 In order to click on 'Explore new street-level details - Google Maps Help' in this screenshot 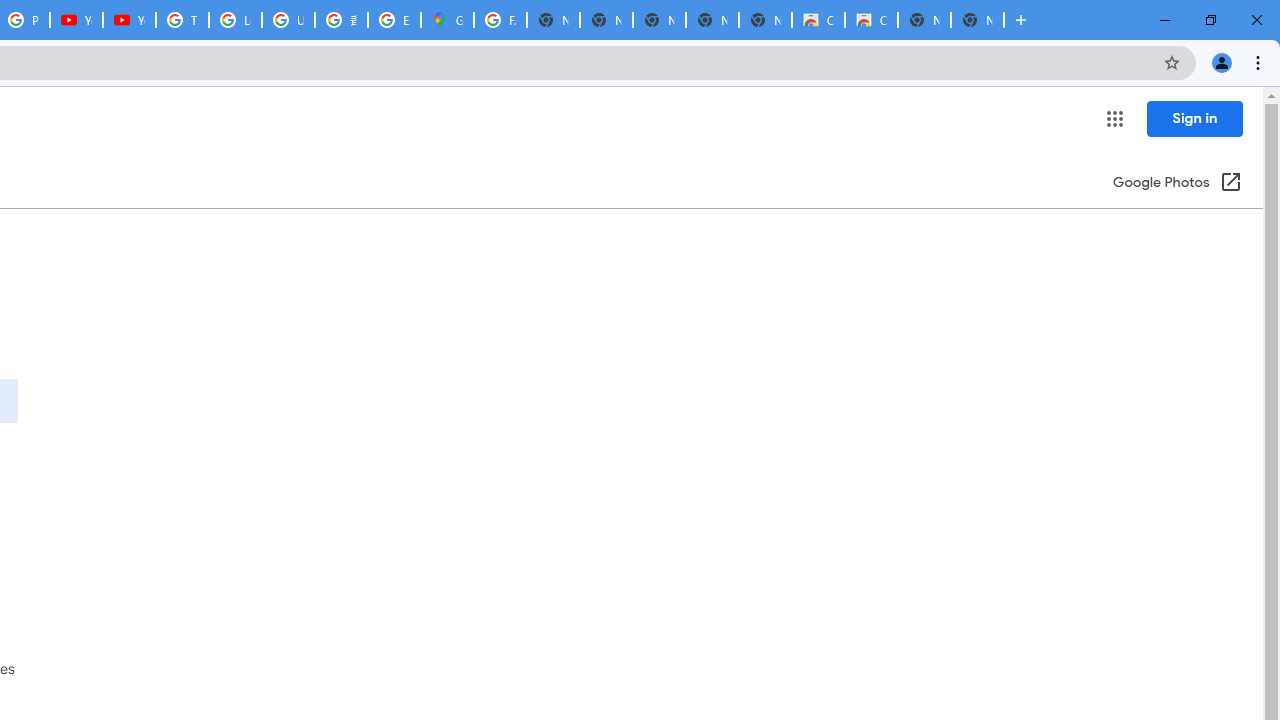, I will do `click(394, 20)`.